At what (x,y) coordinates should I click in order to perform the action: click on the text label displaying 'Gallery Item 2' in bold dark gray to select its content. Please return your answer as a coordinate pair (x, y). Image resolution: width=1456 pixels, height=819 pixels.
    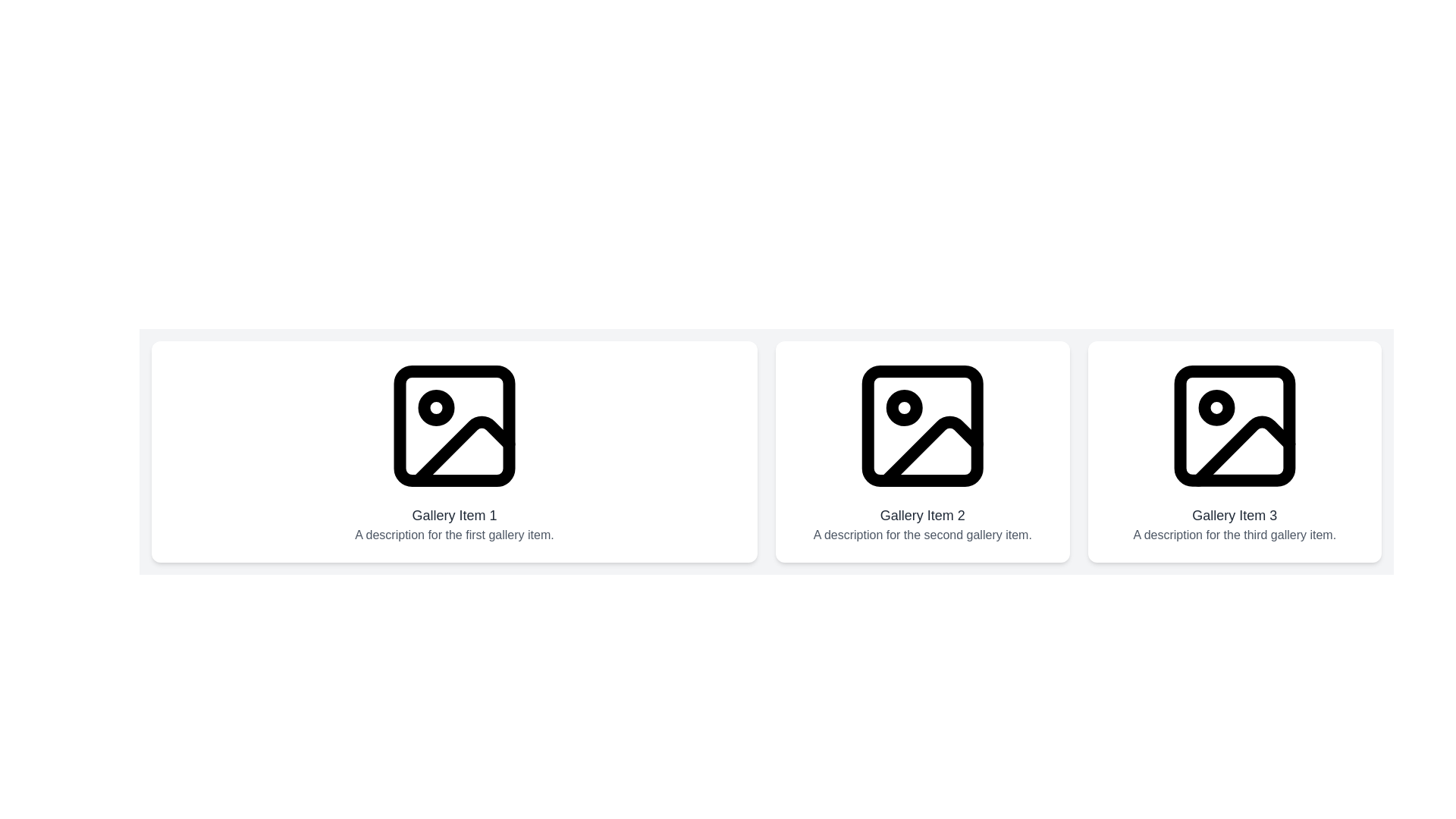
    Looking at the image, I should click on (921, 514).